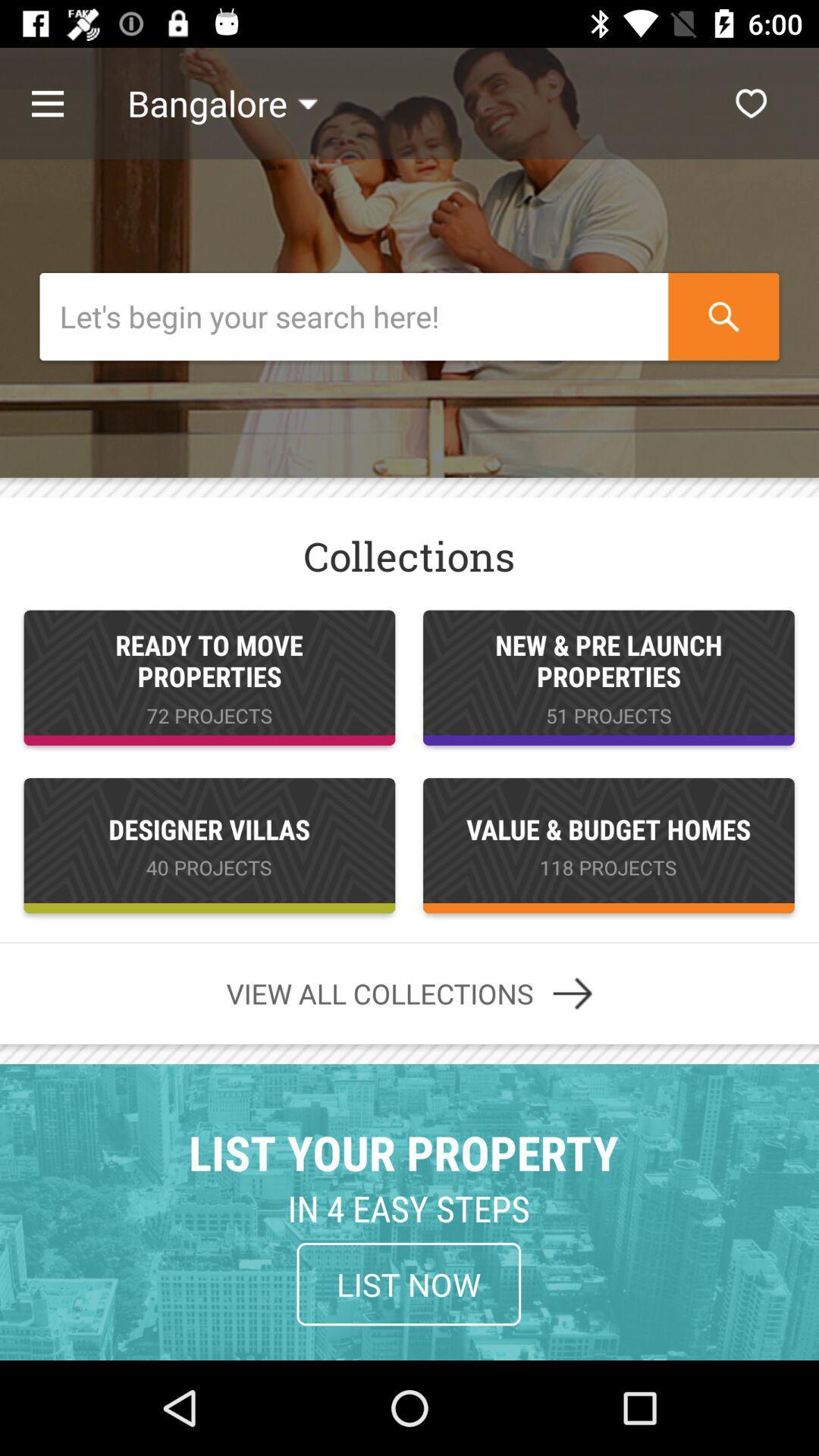 The width and height of the screenshot is (819, 1456). Describe the element at coordinates (63, 102) in the screenshot. I see `open menu` at that location.